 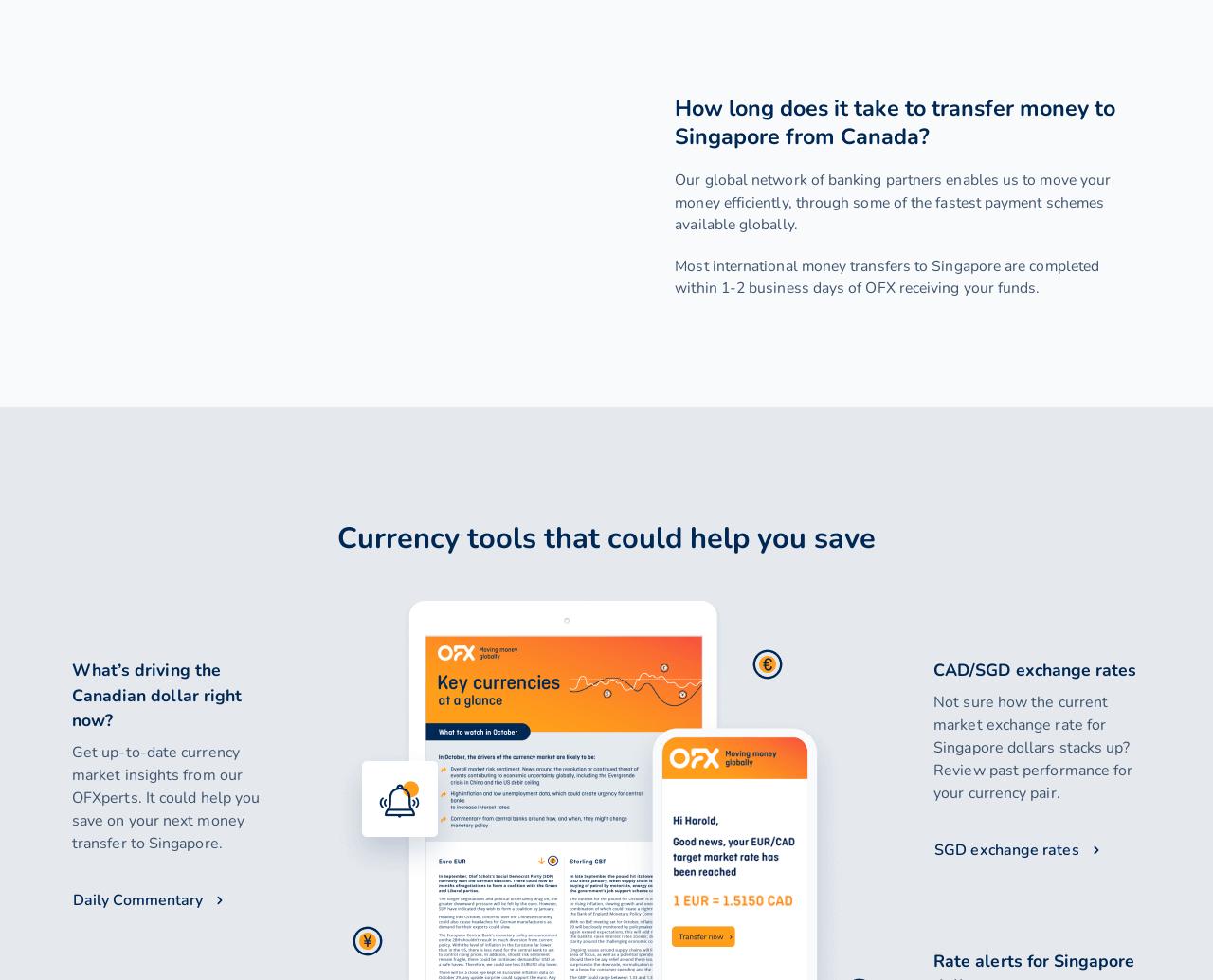 I want to click on 'Login', so click(x=87, y=52).